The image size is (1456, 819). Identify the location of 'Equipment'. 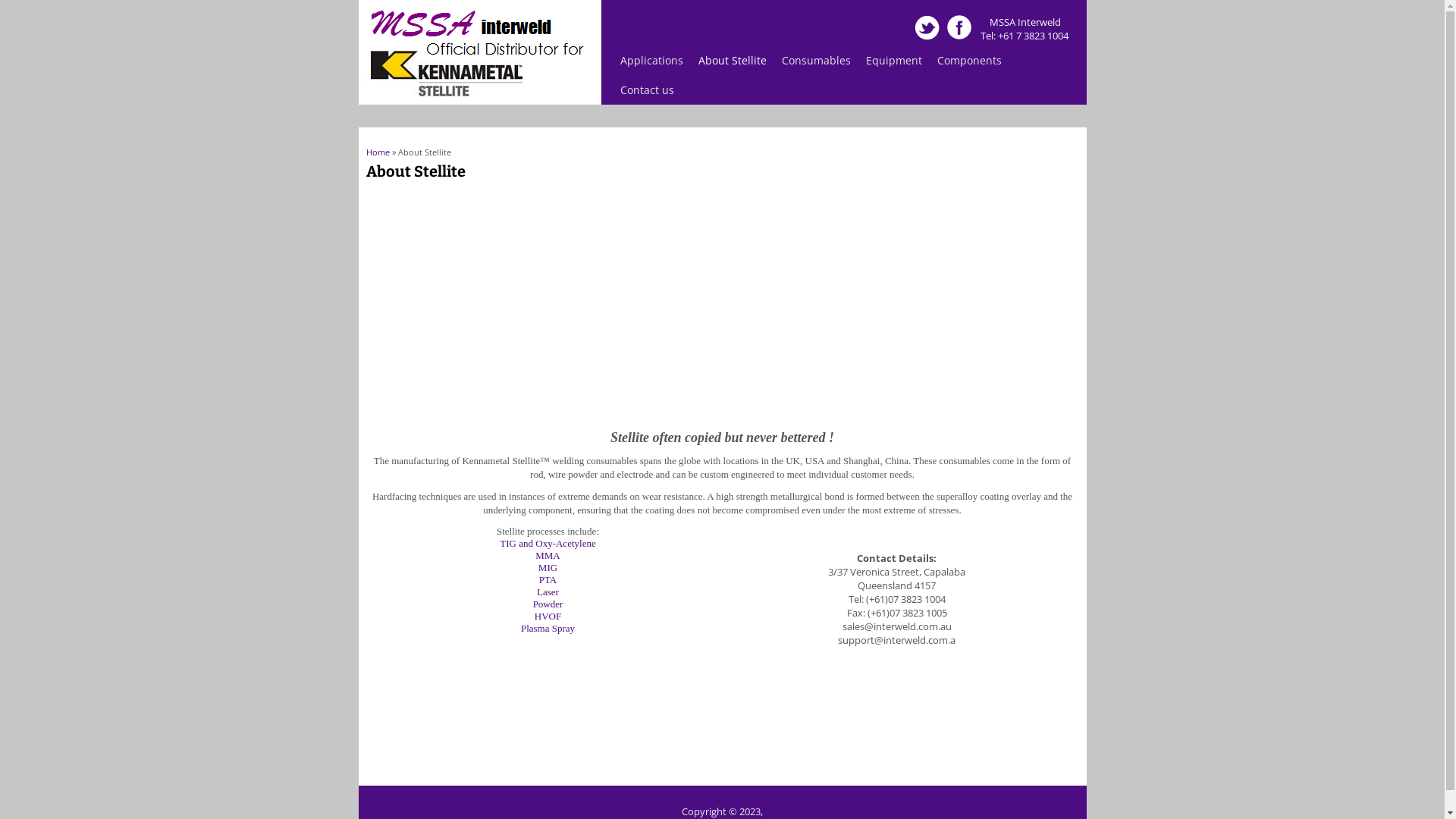
(858, 59).